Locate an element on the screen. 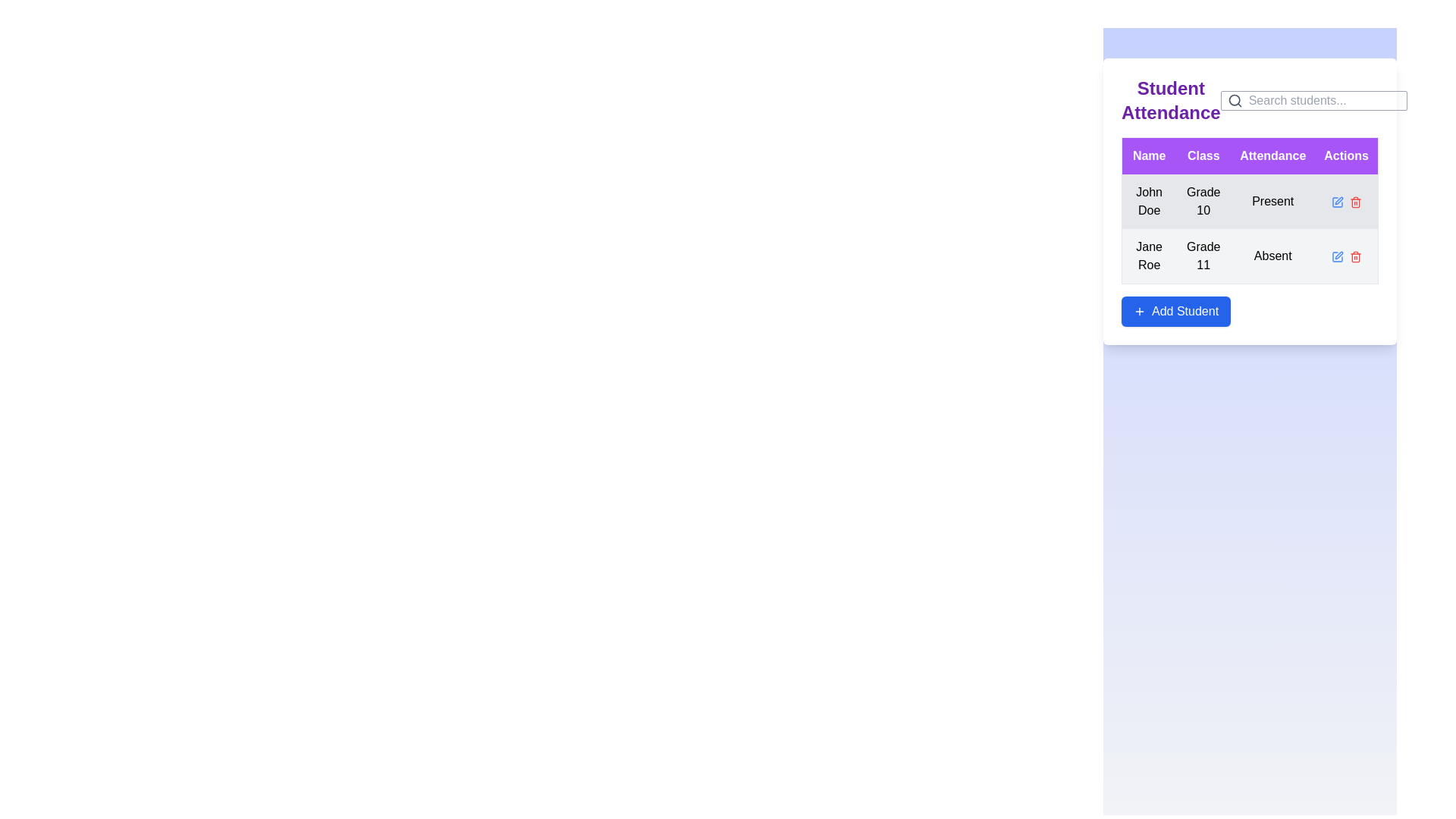 The height and width of the screenshot is (819, 1456). the static text indicating the grade level for student 'Jane Roe' in the 'Class' column of the table is located at coordinates (1203, 256).